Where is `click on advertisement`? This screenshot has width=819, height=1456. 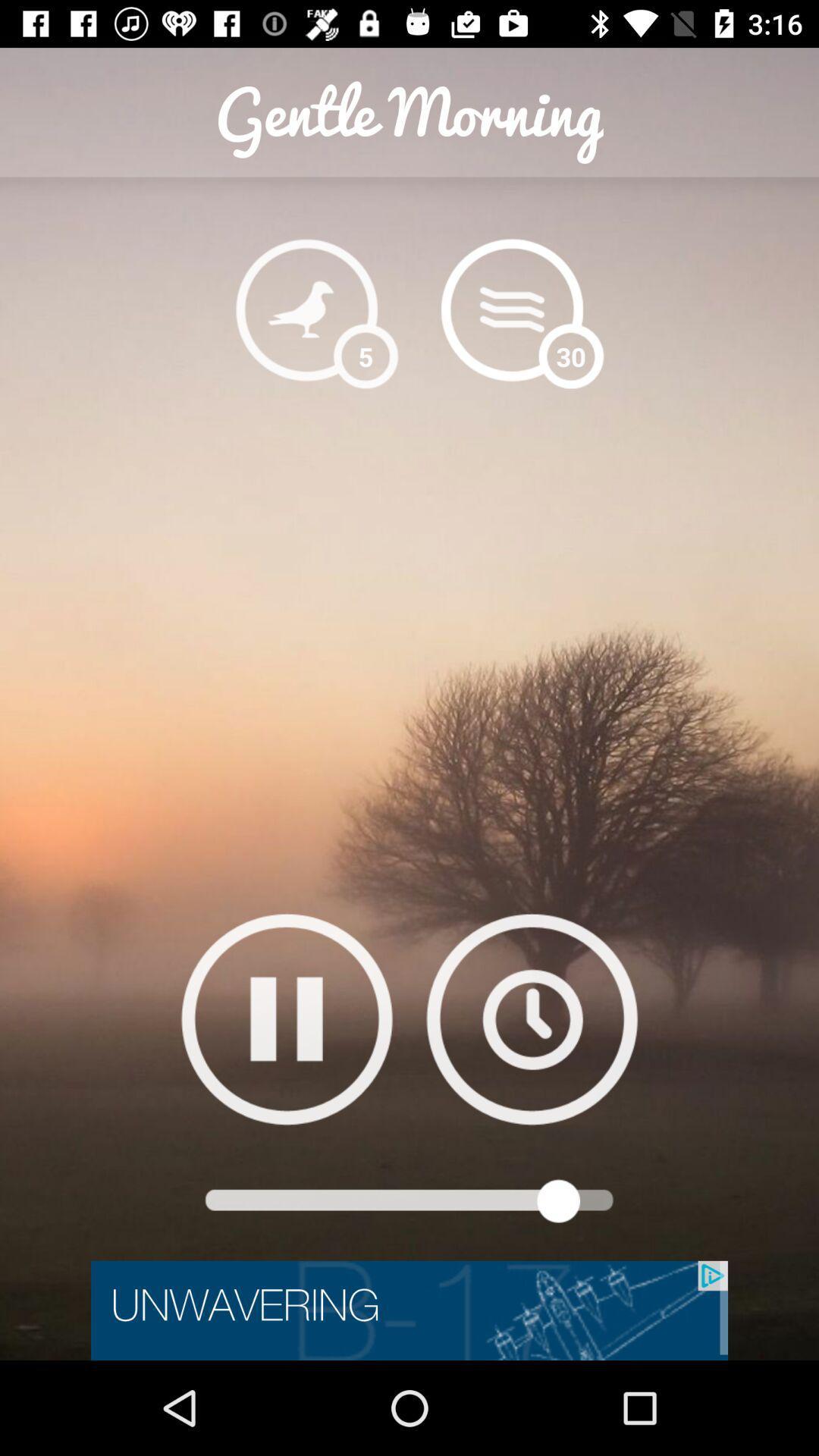 click on advertisement is located at coordinates (409, 1310).